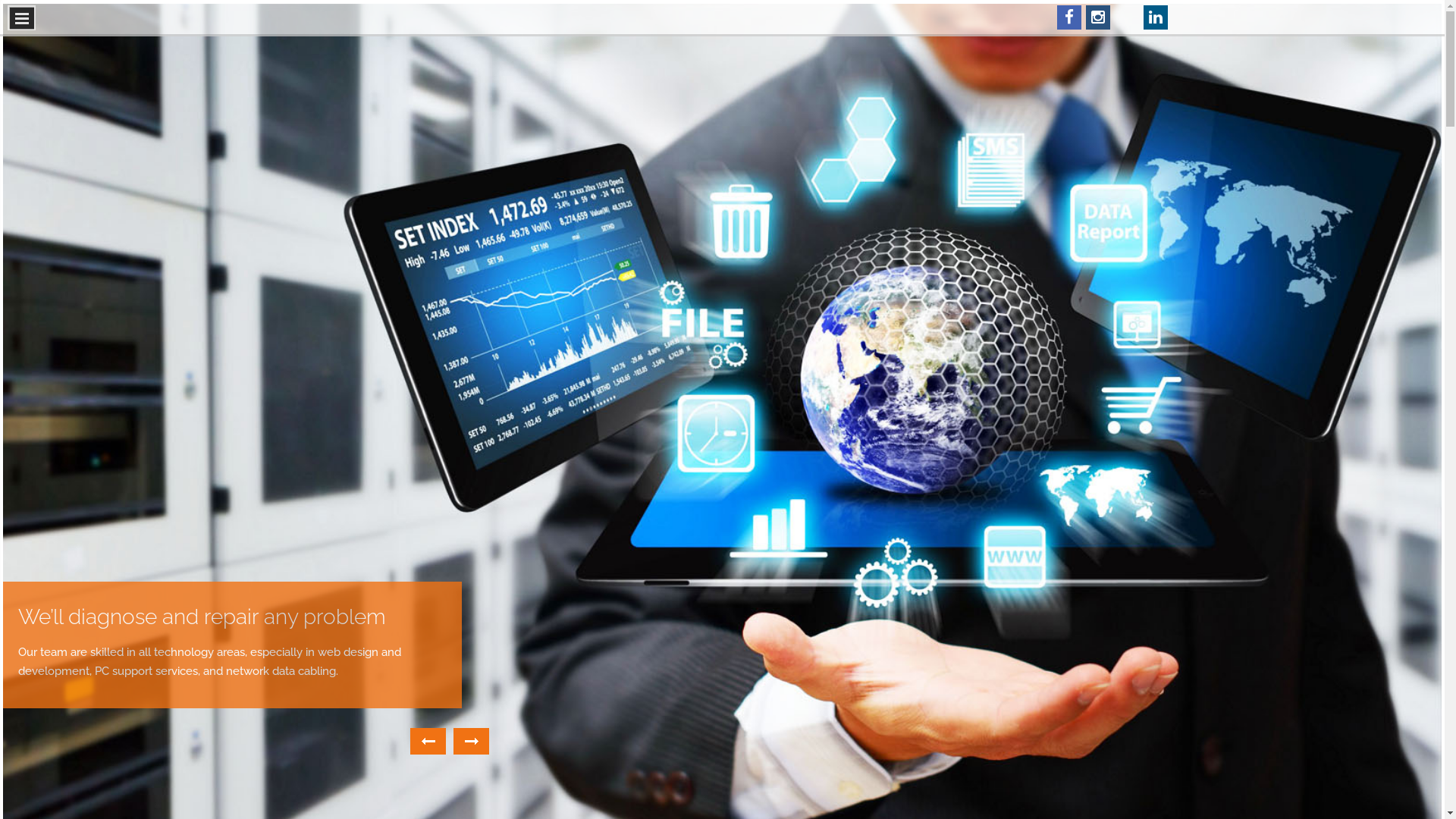 This screenshot has width=1456, height=819. Describe the element at coordinates (470, 740) in the screenshot. I see `'Next'` at that location.